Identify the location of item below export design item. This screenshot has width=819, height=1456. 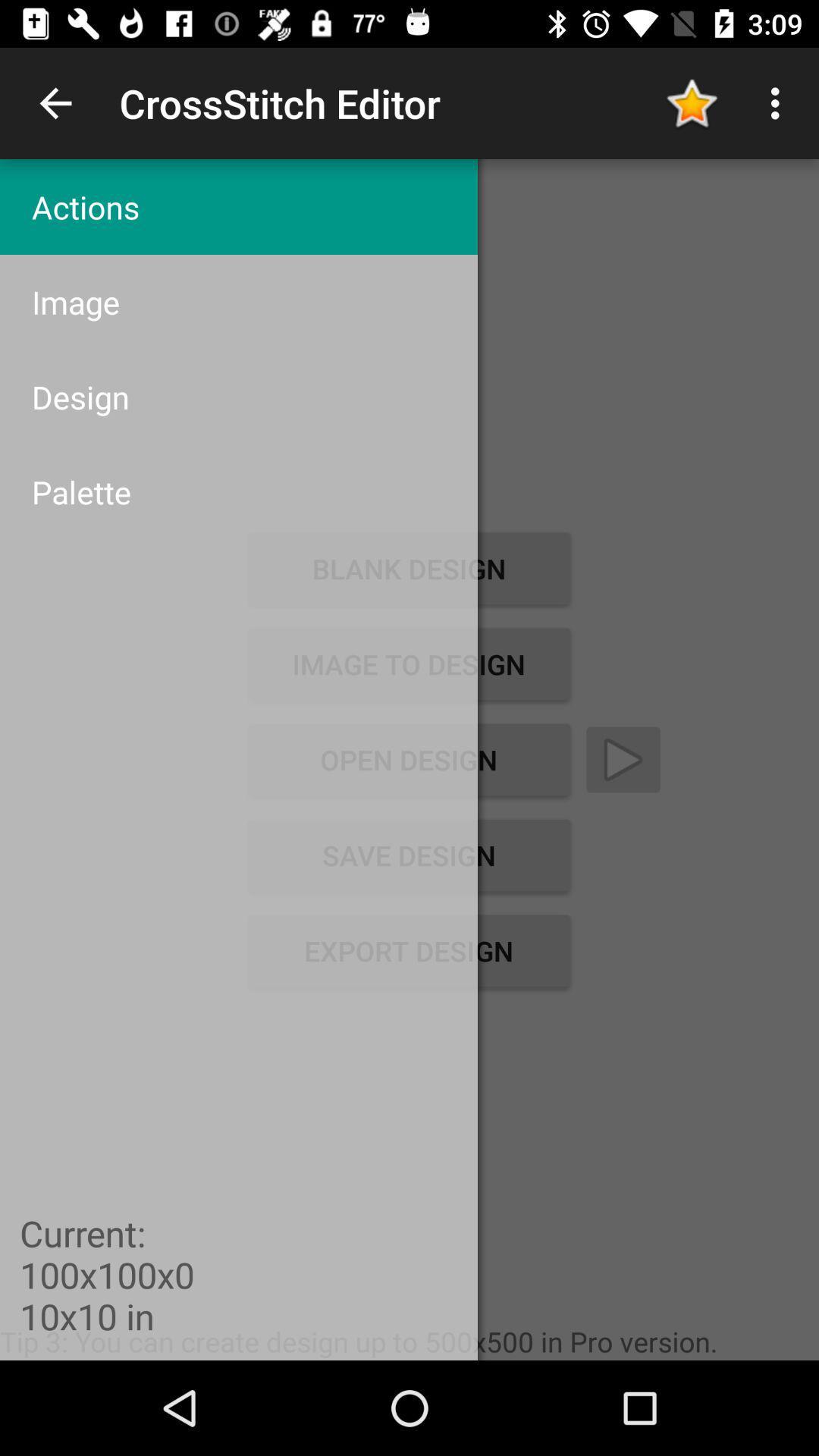
(359, 1341).